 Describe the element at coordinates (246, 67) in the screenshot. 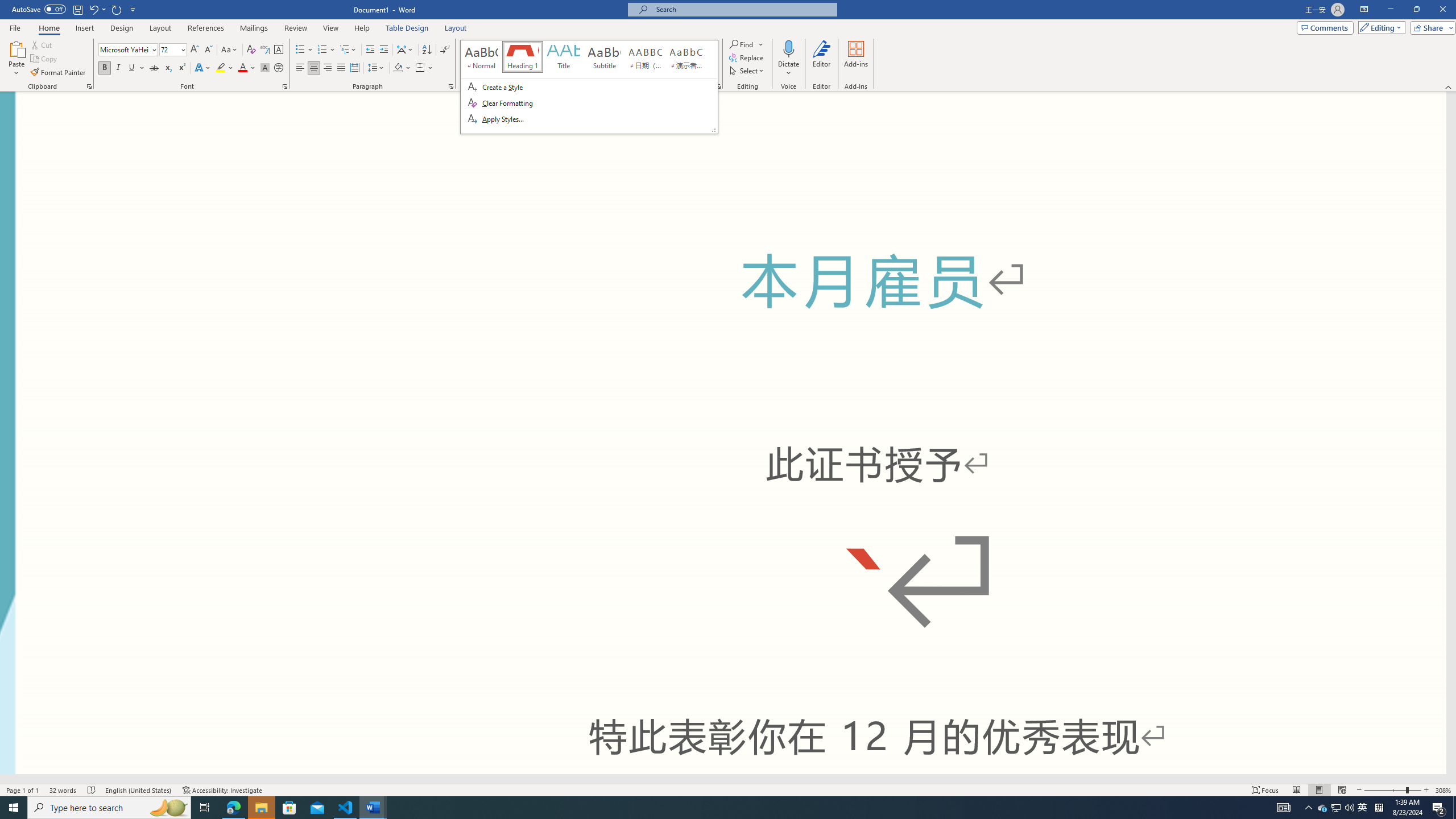

I see `'Font Color'` at that location.